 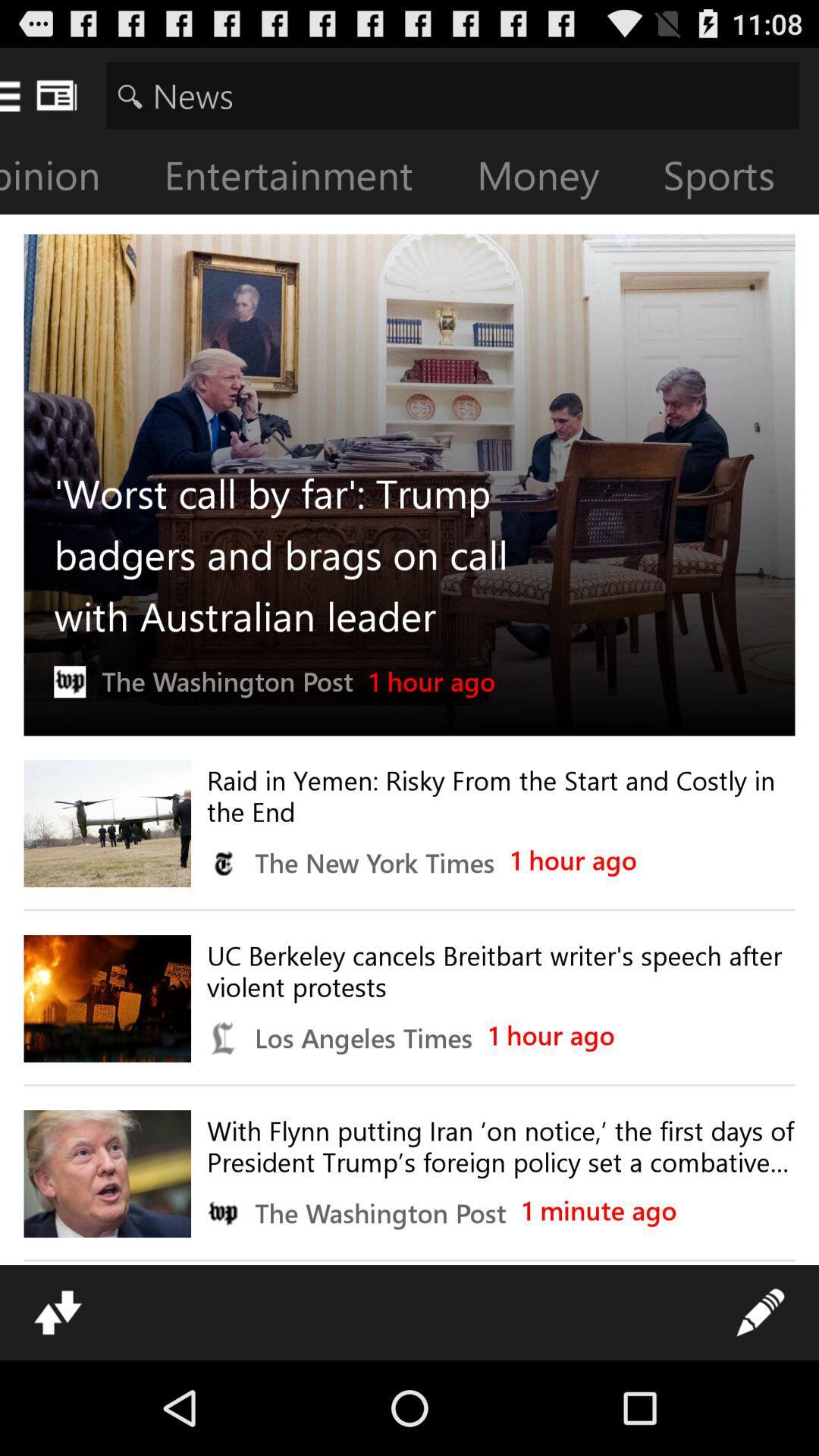 I want to click on the icon to the right of entertainment icon, so click(x=550, y=178).